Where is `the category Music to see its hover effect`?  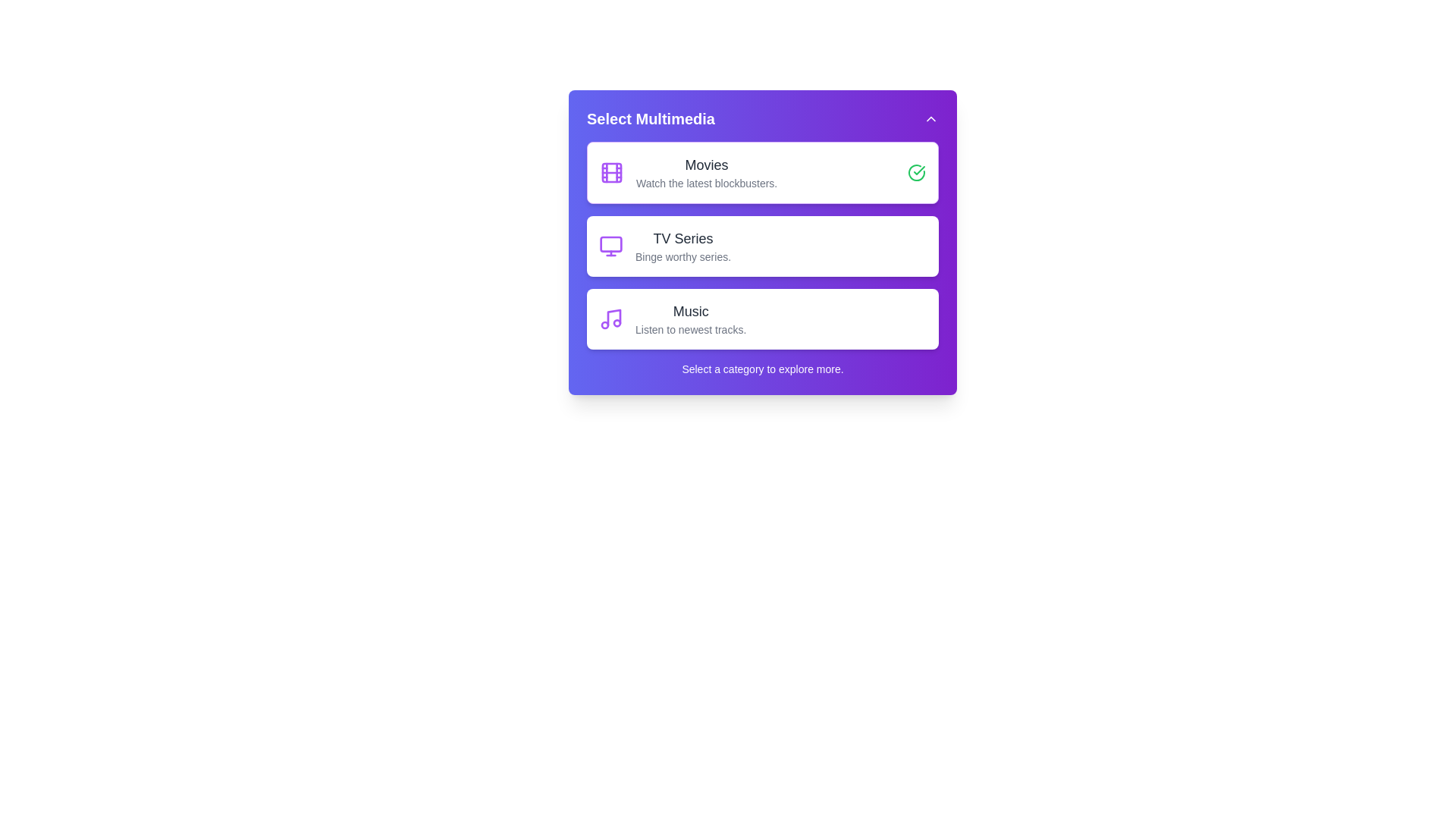
the category Music to see its hover effect is located at coordinates (763, 318).